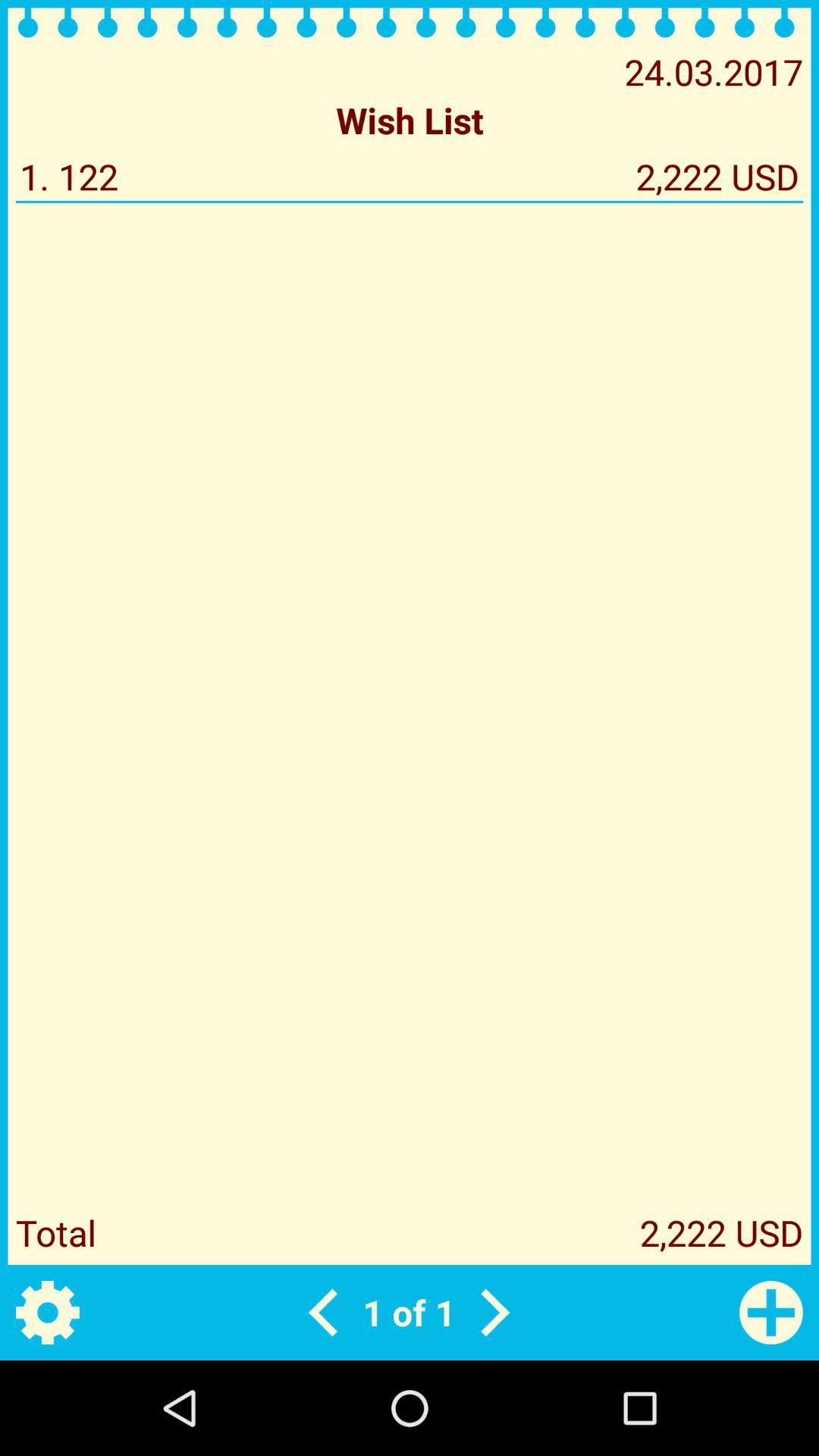 This screenshot has height=1456, width=819. What do you see at coordinates (409, 119) in the screenshot?
I see `app above the 1. 122` at bounding box center [409, 119].